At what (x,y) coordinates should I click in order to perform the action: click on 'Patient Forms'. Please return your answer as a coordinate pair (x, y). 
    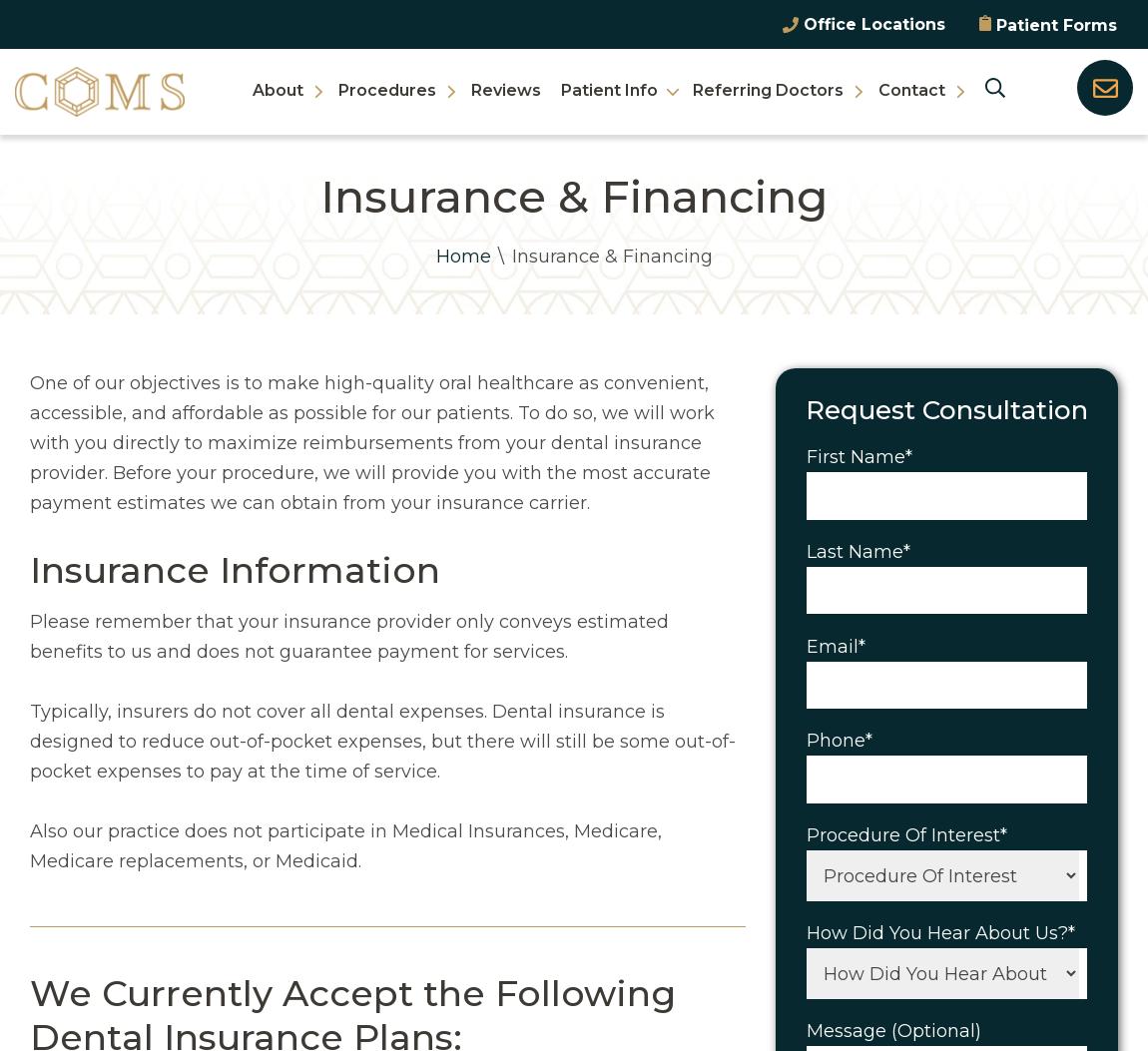
    Looking at the image, I should click on (1056, 25).